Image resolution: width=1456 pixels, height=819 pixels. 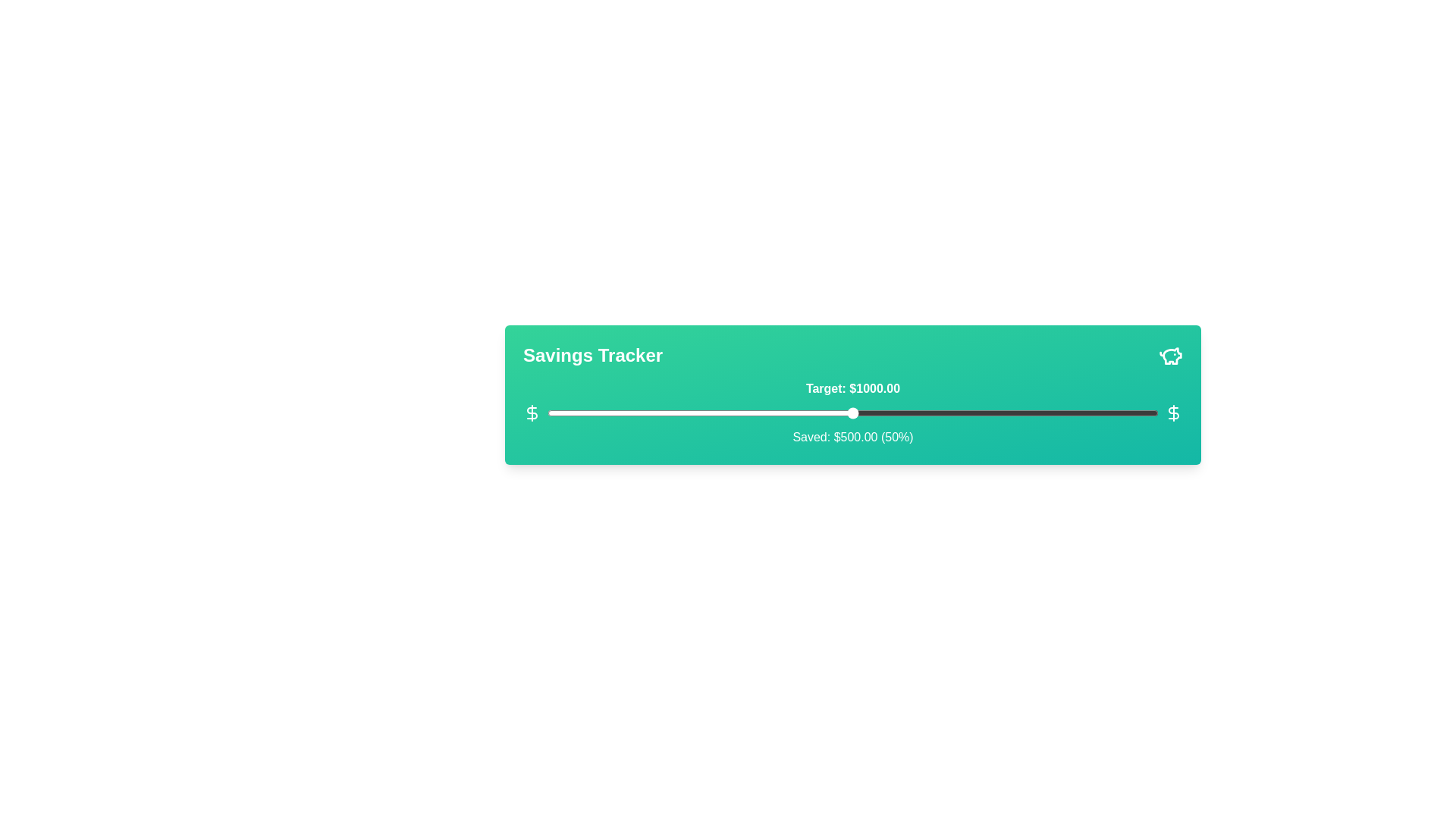 What do you see at coordinates (852, 394) in the screenshot?
I see `the savings tracker module with a gradient background that displays target and saved amounts, includes a progress bar and a piggy bank icon on the right` at bounding box center [852, 394].